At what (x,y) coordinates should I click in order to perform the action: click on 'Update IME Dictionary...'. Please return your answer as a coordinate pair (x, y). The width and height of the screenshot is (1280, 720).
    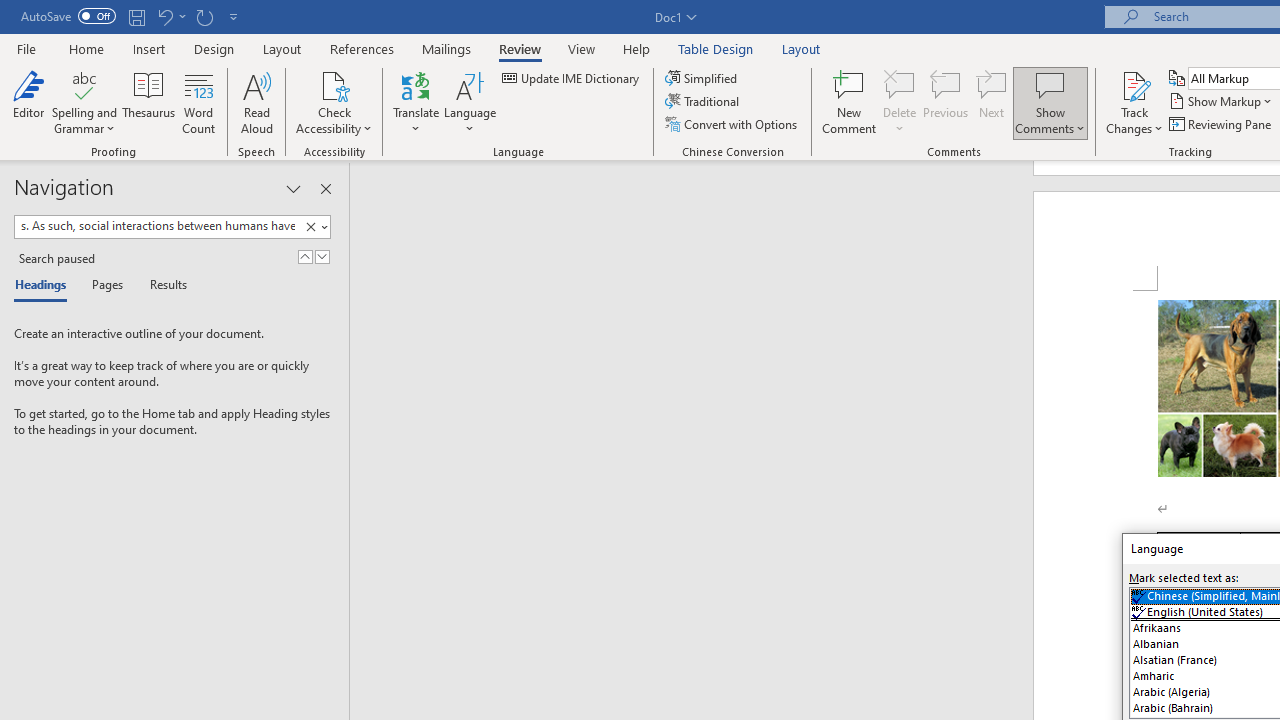
    Looking at the image, I should click on (571, 77).